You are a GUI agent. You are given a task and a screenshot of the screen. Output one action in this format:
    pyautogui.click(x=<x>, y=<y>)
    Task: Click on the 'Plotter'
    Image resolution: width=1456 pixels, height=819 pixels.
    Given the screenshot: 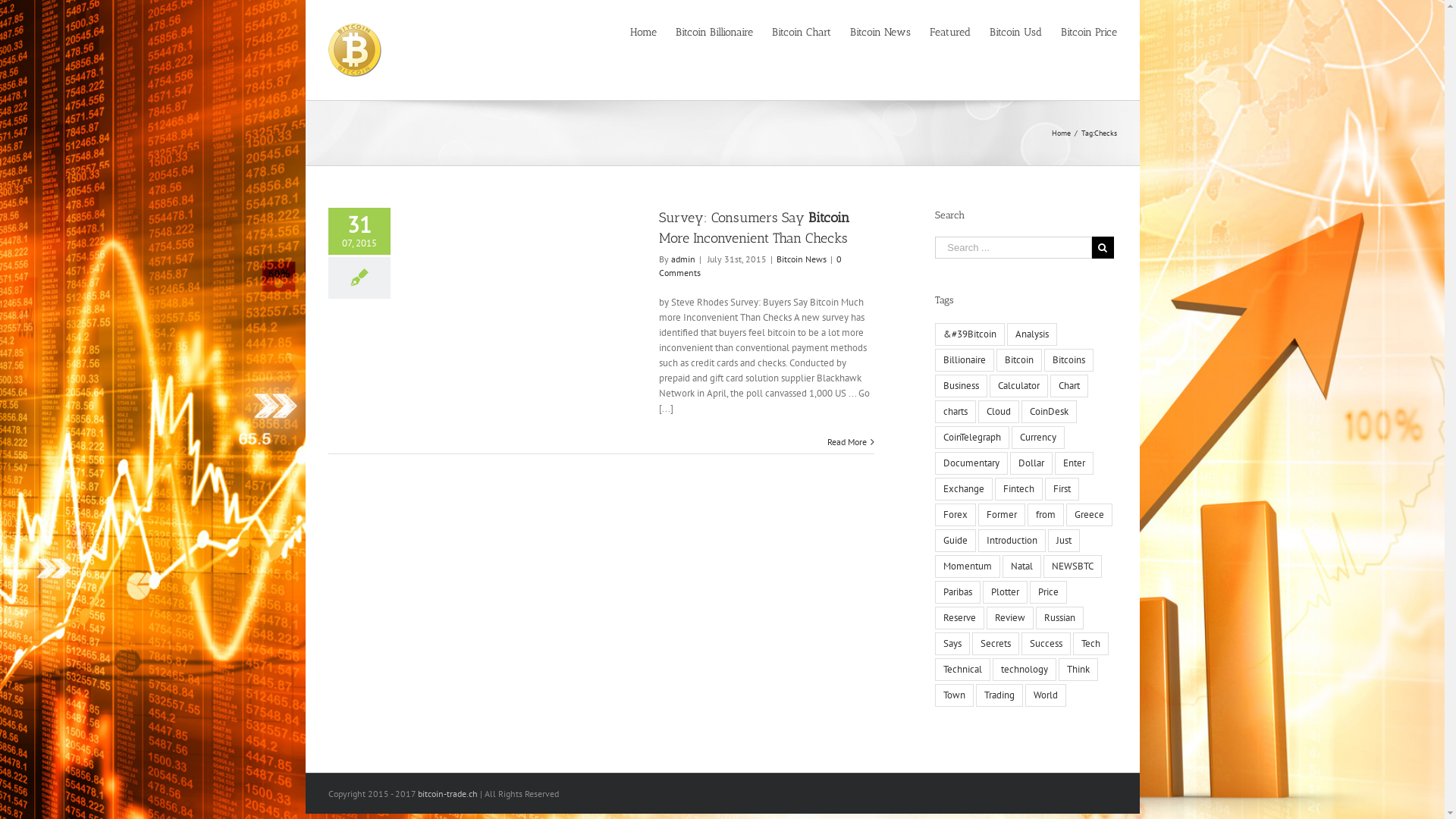 What is the action you would take?
    pyautogui.click(x=983, y=591)
    